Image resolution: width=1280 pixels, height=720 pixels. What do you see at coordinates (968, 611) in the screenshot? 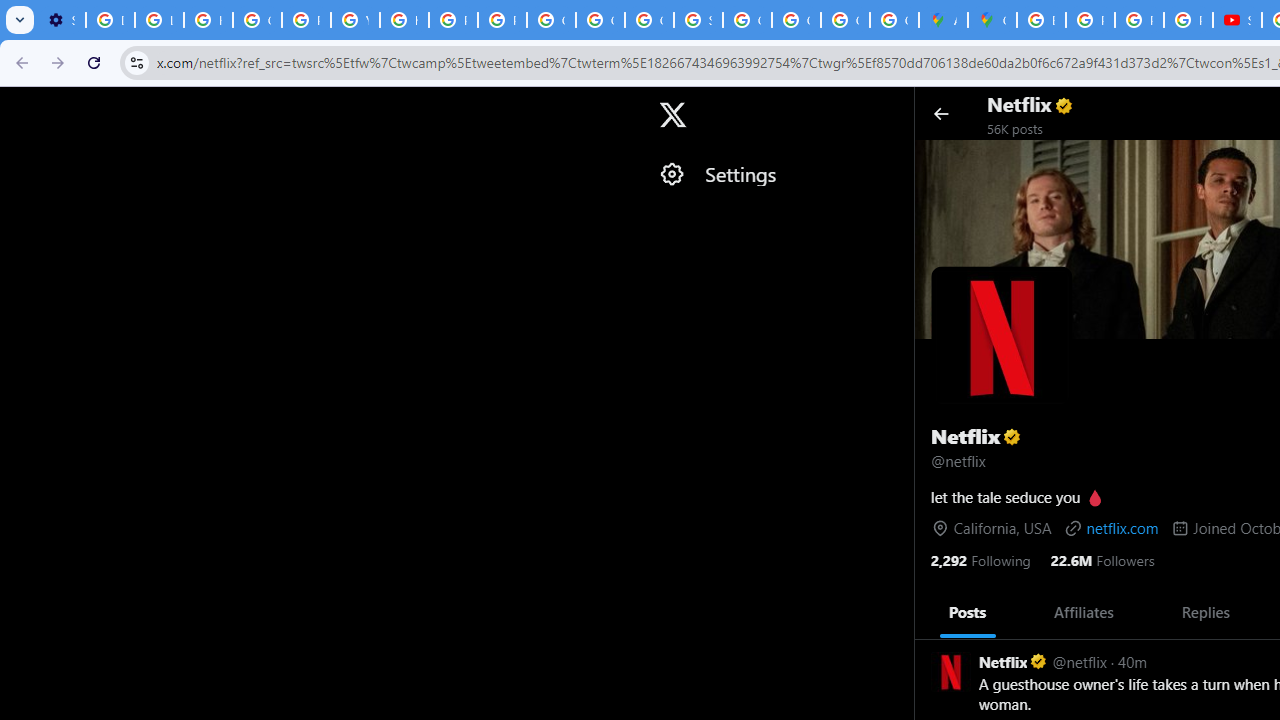
I see `'Posts'` at bounding box center [968, 611].